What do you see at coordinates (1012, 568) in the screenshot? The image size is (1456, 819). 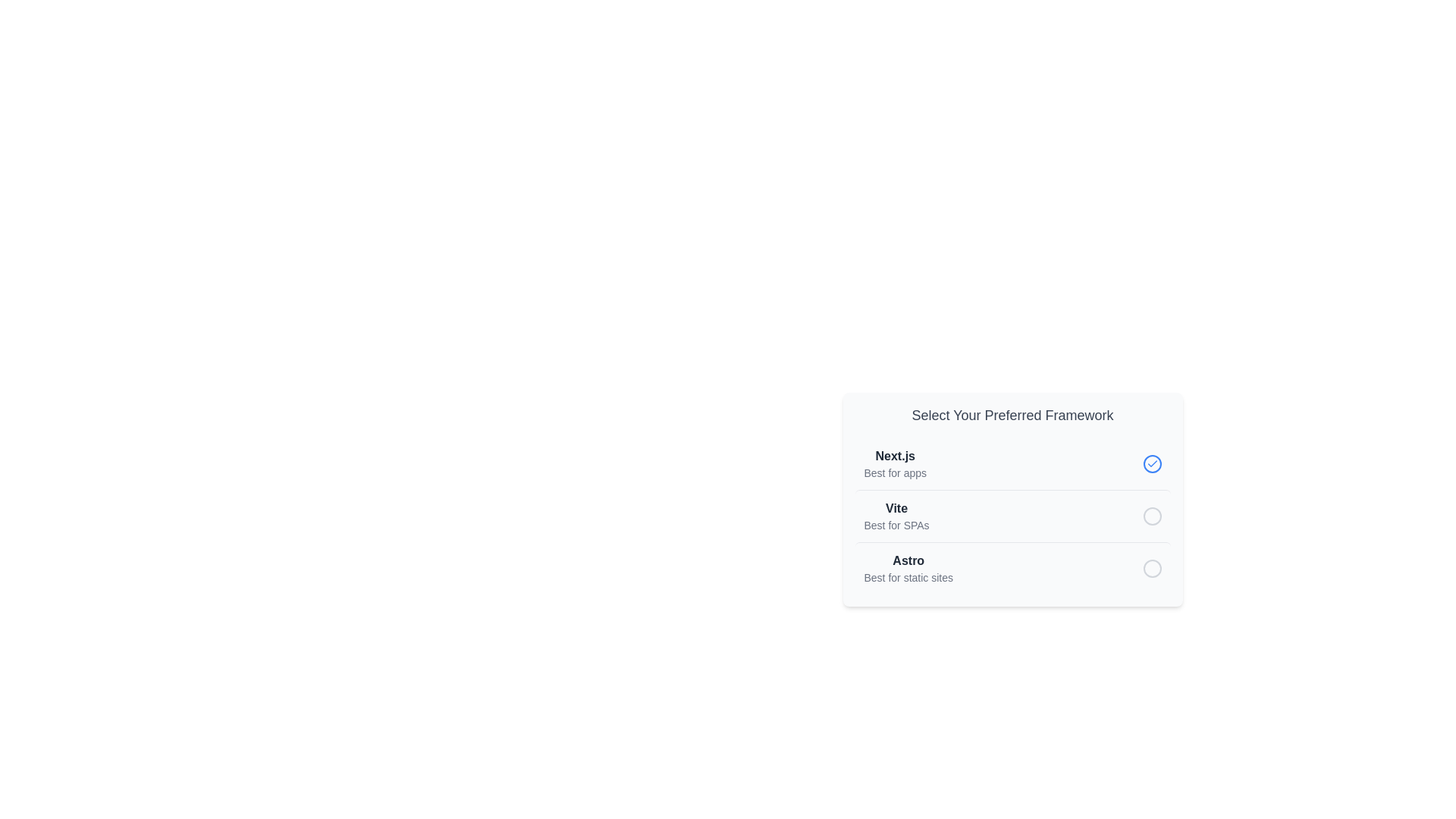 I see `the Selectable Option Card for 'Astro'` at bounding box center [1012, 568].